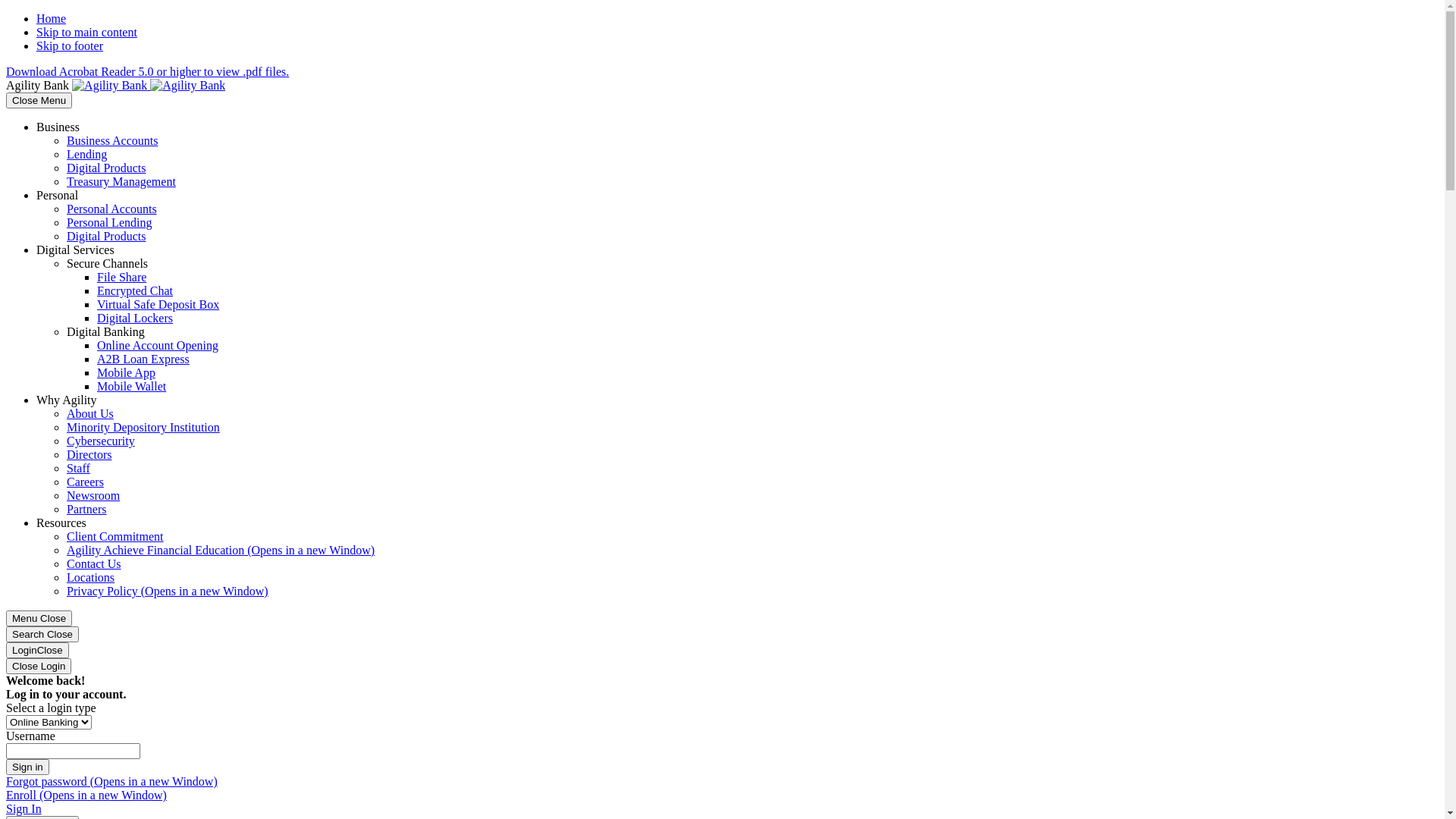 The width and height of the screenshot is (1456, 819). What do you see at coordinates (115, 535) in the screenshot?
I see `'Client Commitment'` at bounding box center [115, 535].